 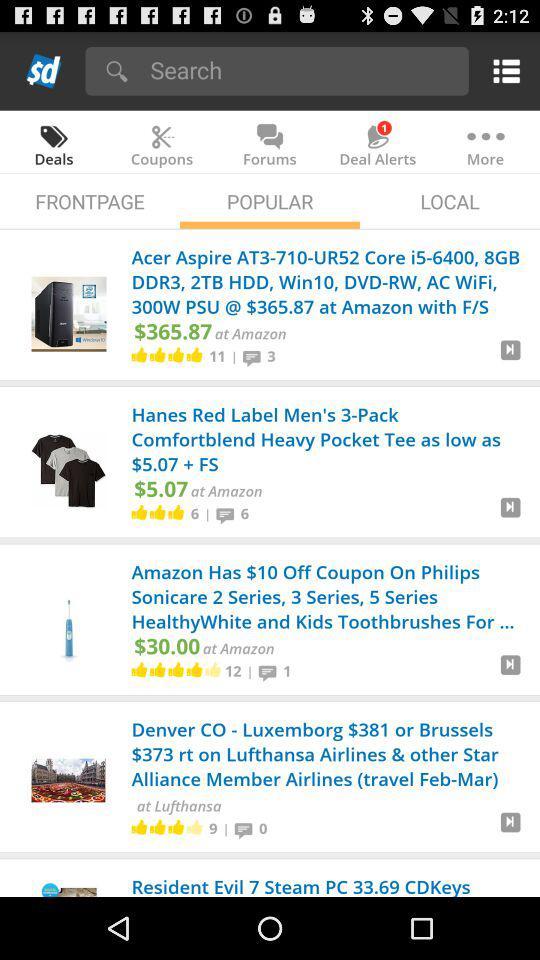 What do you see at coordinates (510, 830) in the screenshot?
I see `next option` at bounding box center [510, 830].